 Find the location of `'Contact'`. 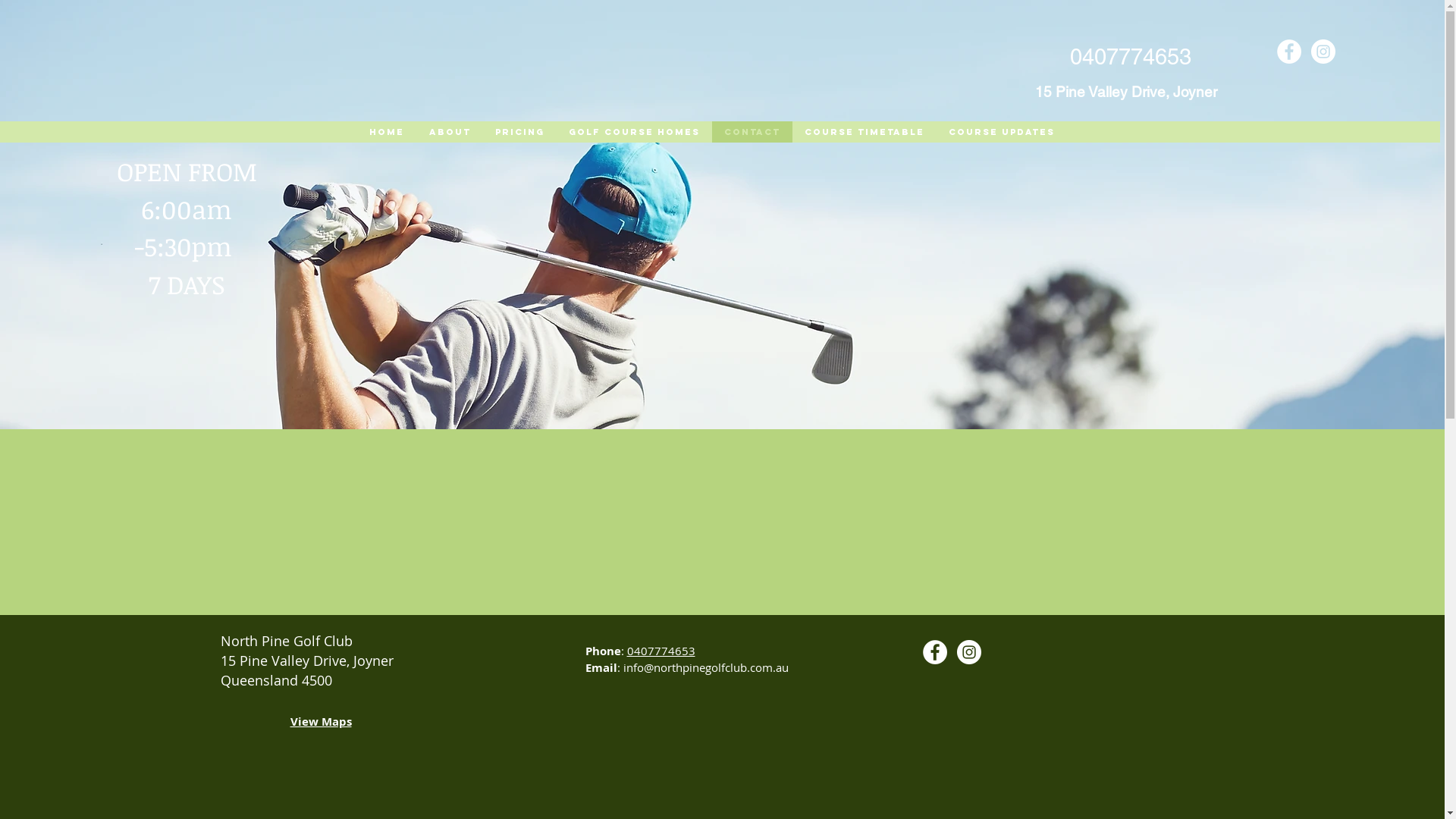

'Contact' is located at coordinates (751, 130).